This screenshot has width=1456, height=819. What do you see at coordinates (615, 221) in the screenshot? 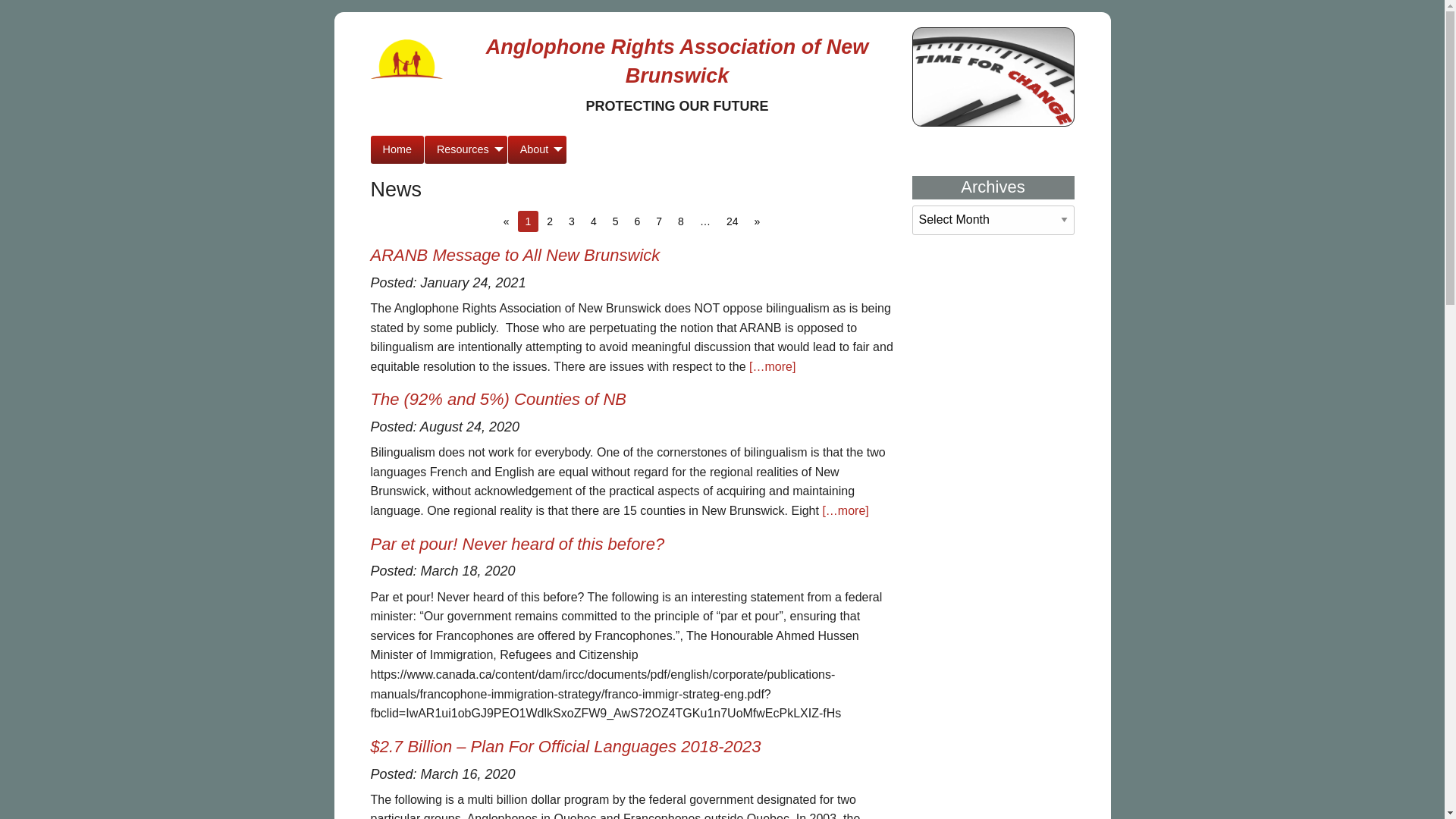
I see `'5'` at bounding box center [615, 221].